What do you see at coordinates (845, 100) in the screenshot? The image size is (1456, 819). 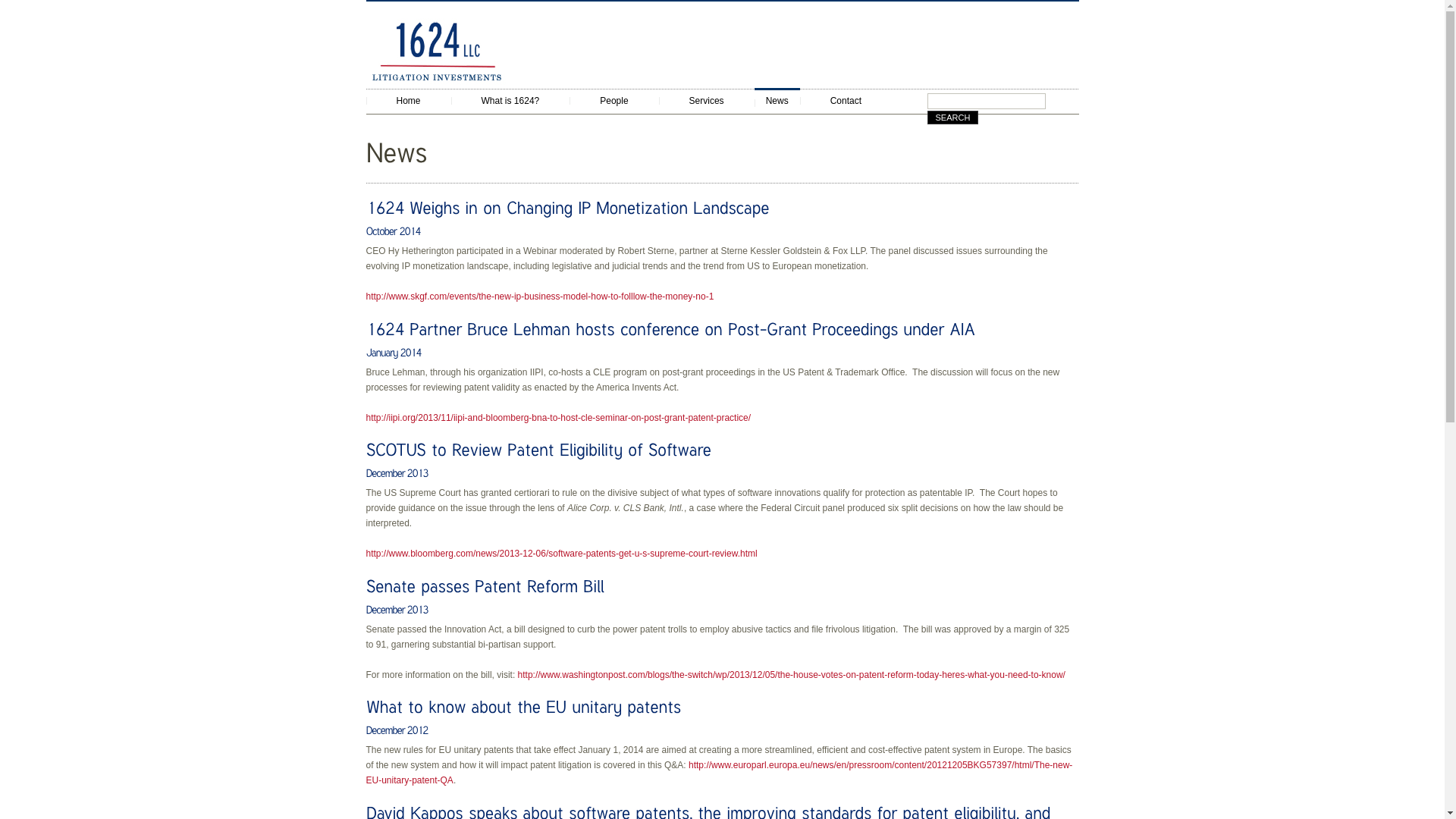 I see `'Contact'` at bounding box center [845, 100].